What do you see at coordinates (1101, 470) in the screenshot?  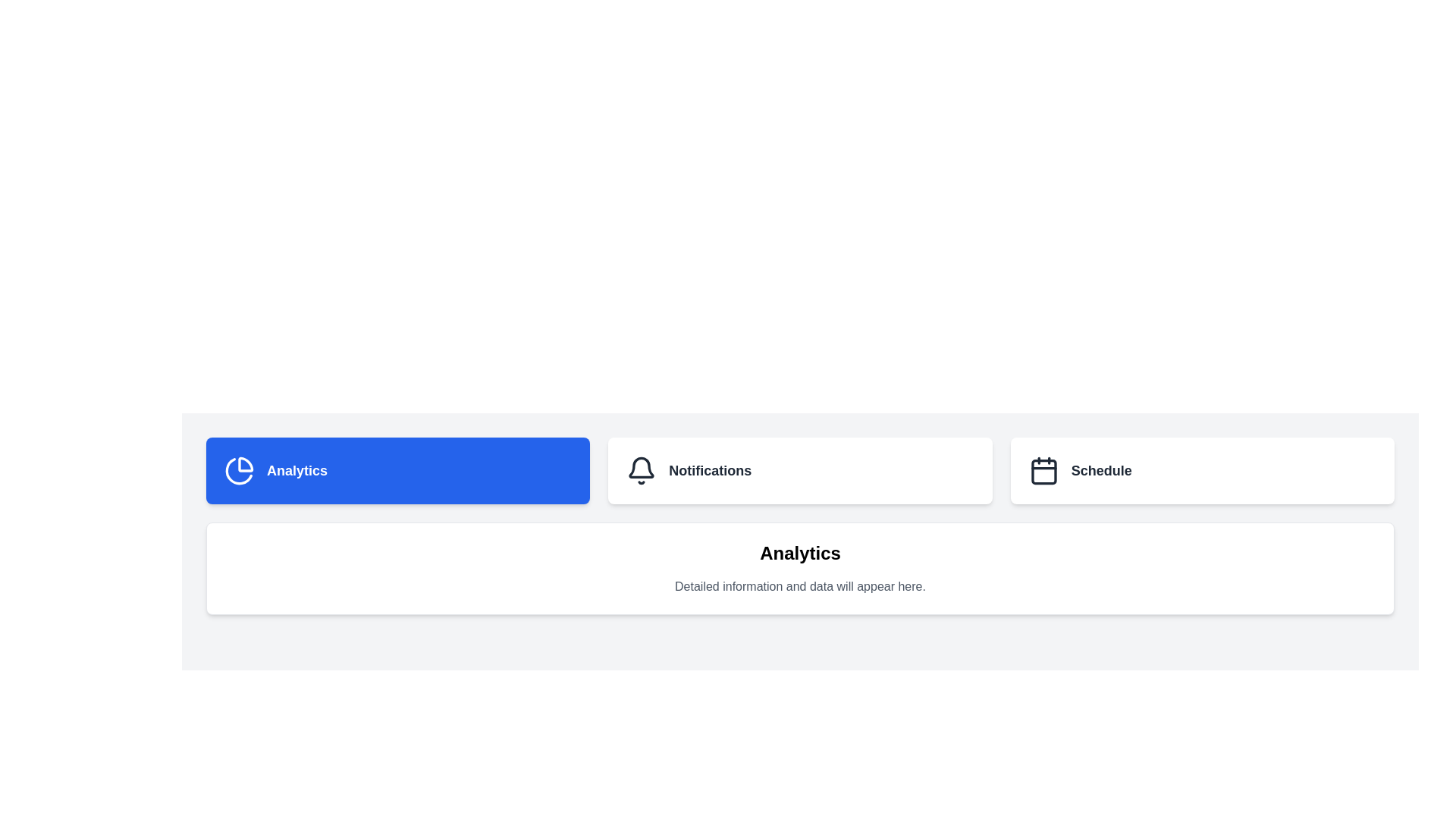 I see `the text label displaying 'Schedule'` at bounding box center [1101, 470].